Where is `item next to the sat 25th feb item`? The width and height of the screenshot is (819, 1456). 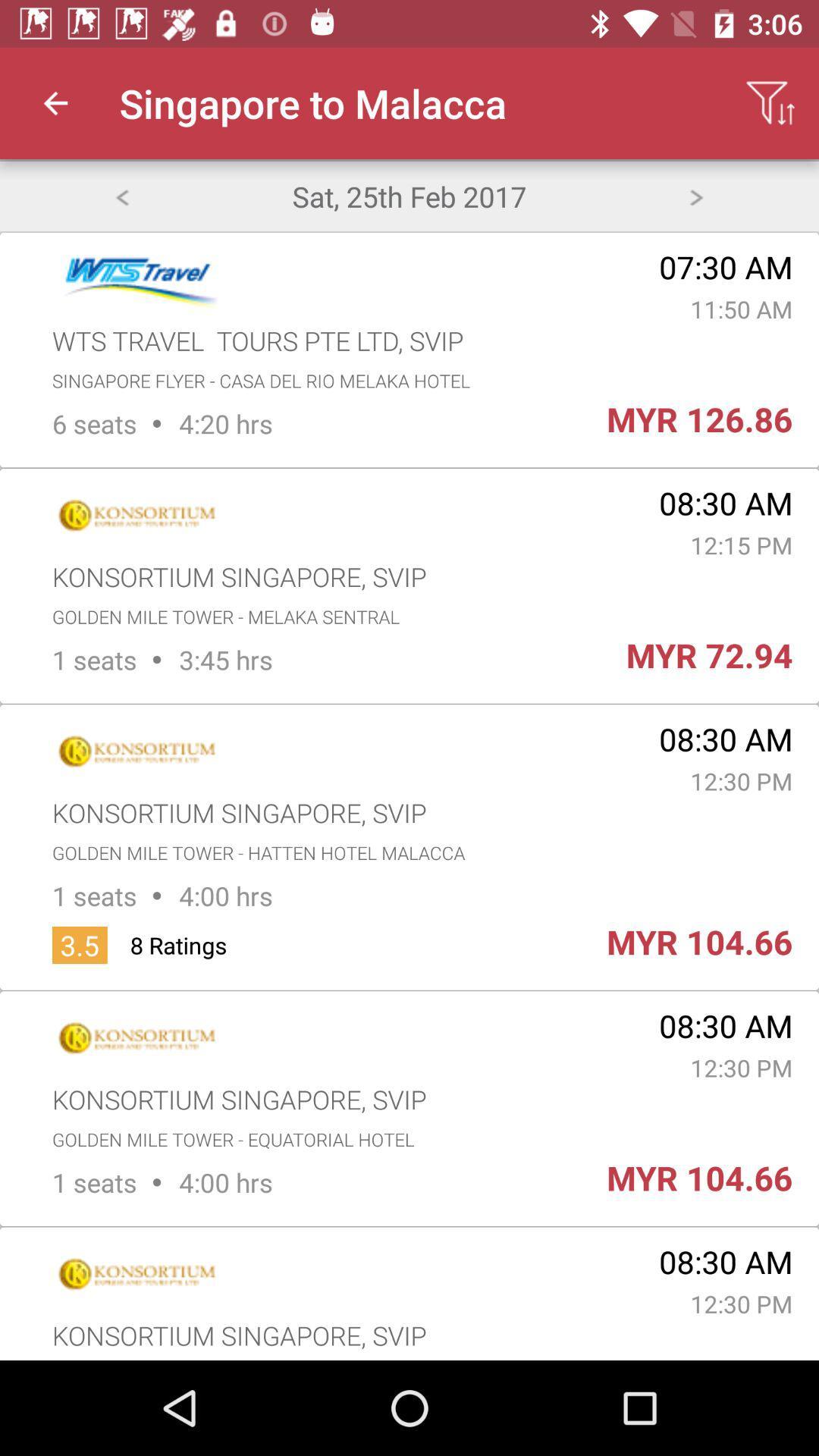
item next to the sat 25th feb item is located at coordinates (121, 195).